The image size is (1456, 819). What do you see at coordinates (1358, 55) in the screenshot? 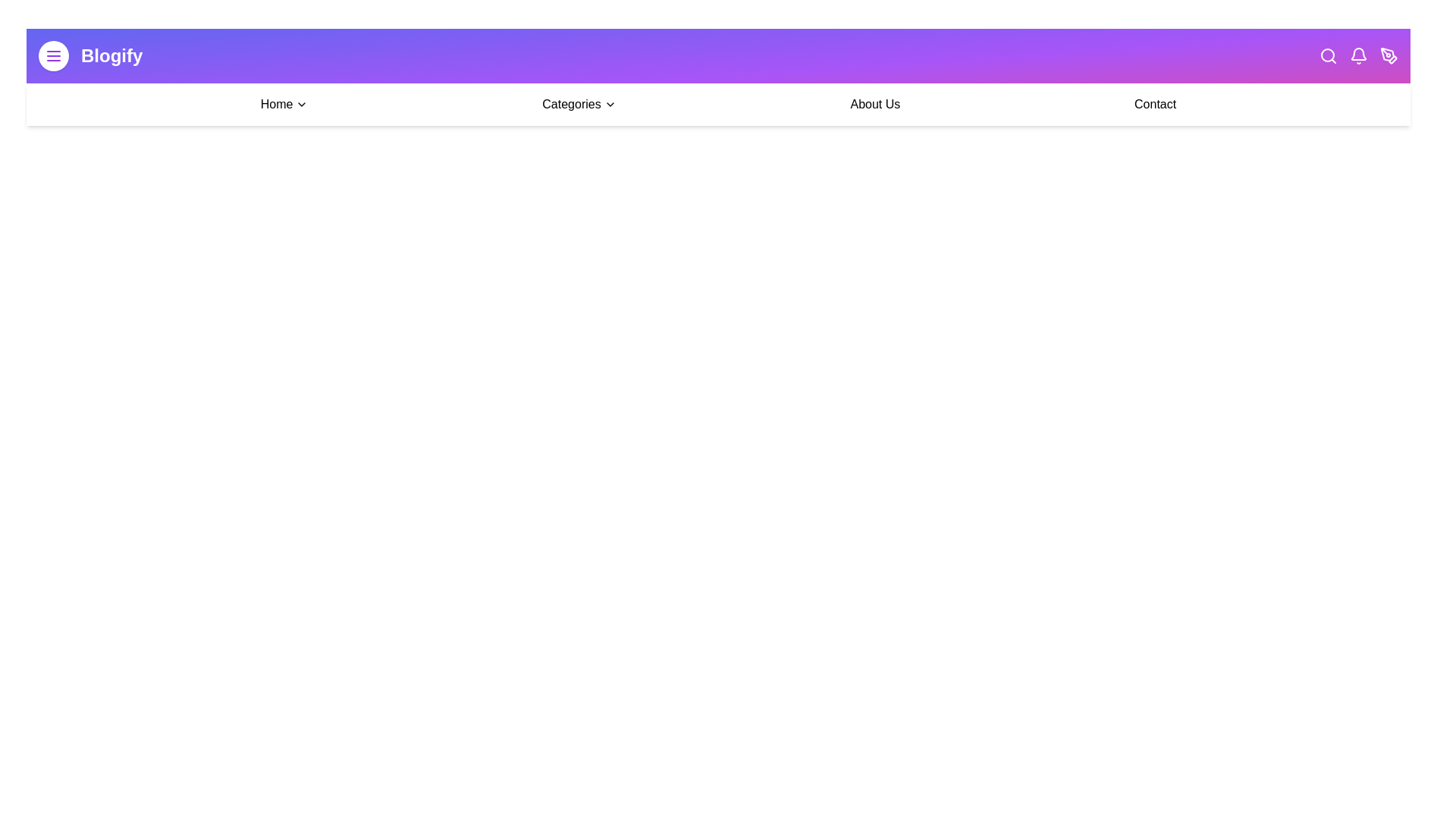
I see `the notification icon to view notifications` at bounding box center [1358, 55].